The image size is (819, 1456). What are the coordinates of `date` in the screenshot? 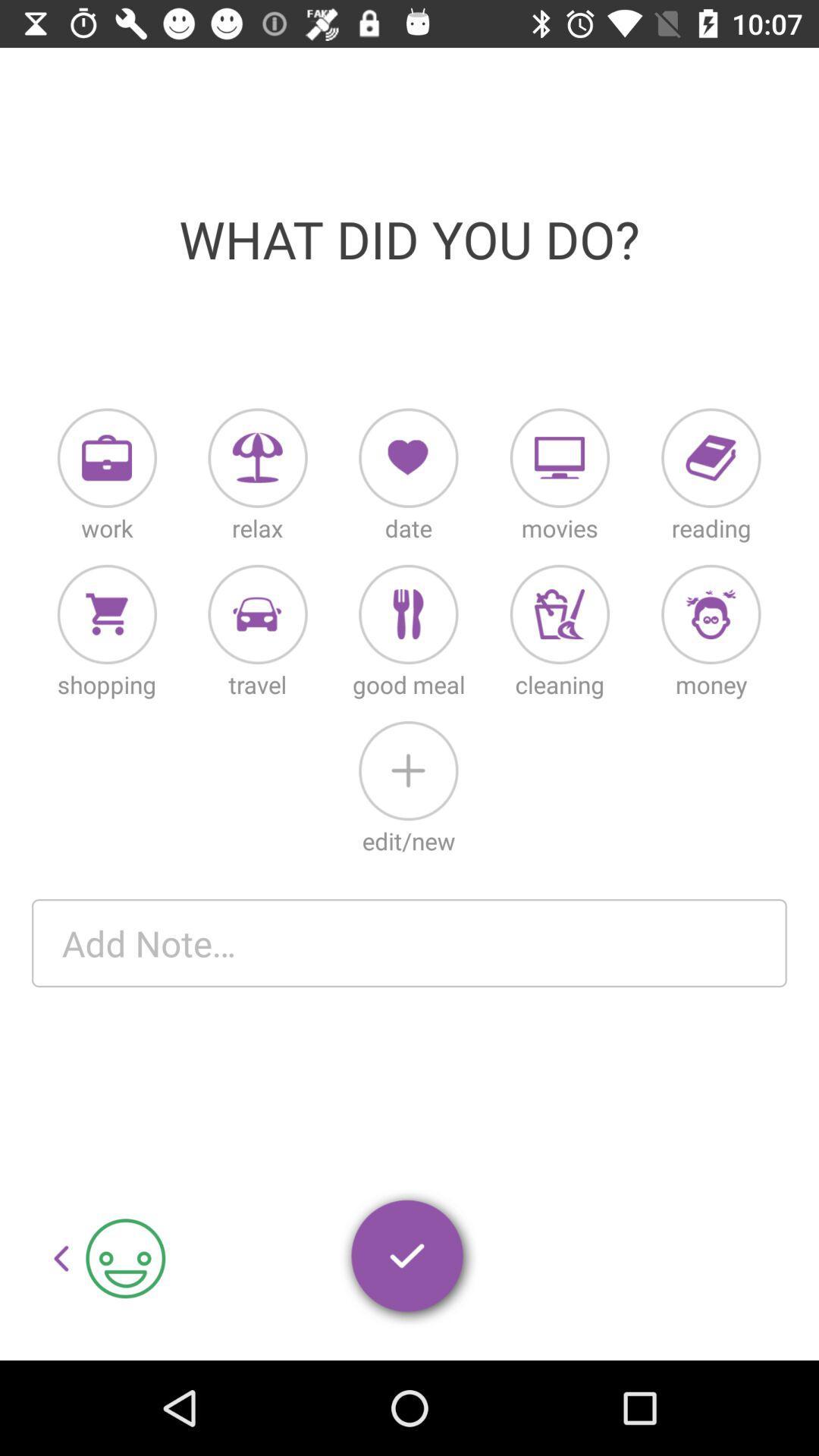 It's located at (407, 457).